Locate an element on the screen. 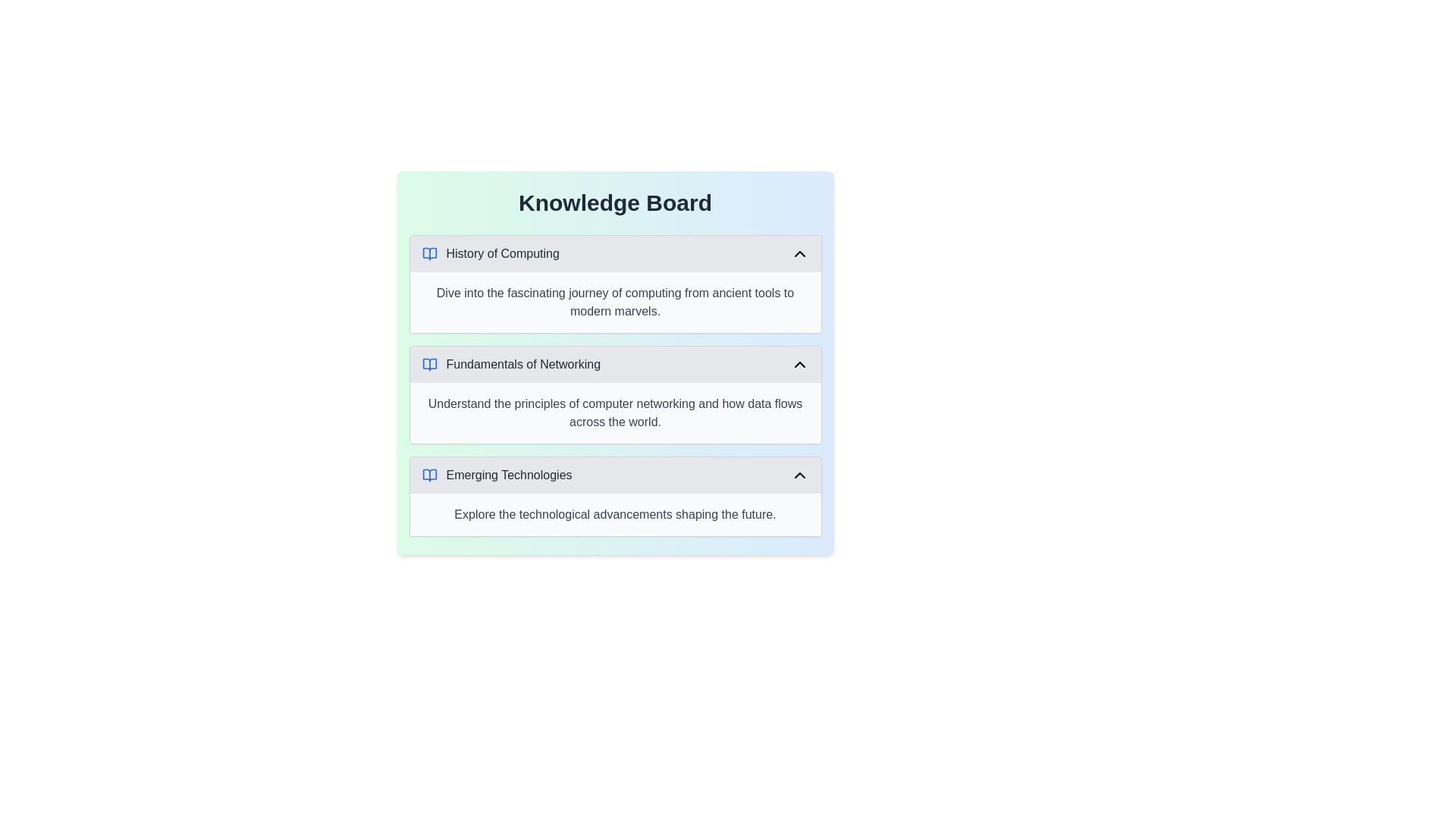 The image size is (1456, 819). the visual indicator icon at the beginning of the row for 'Fundamentals of Networking' is located at coordinates (428, 365).